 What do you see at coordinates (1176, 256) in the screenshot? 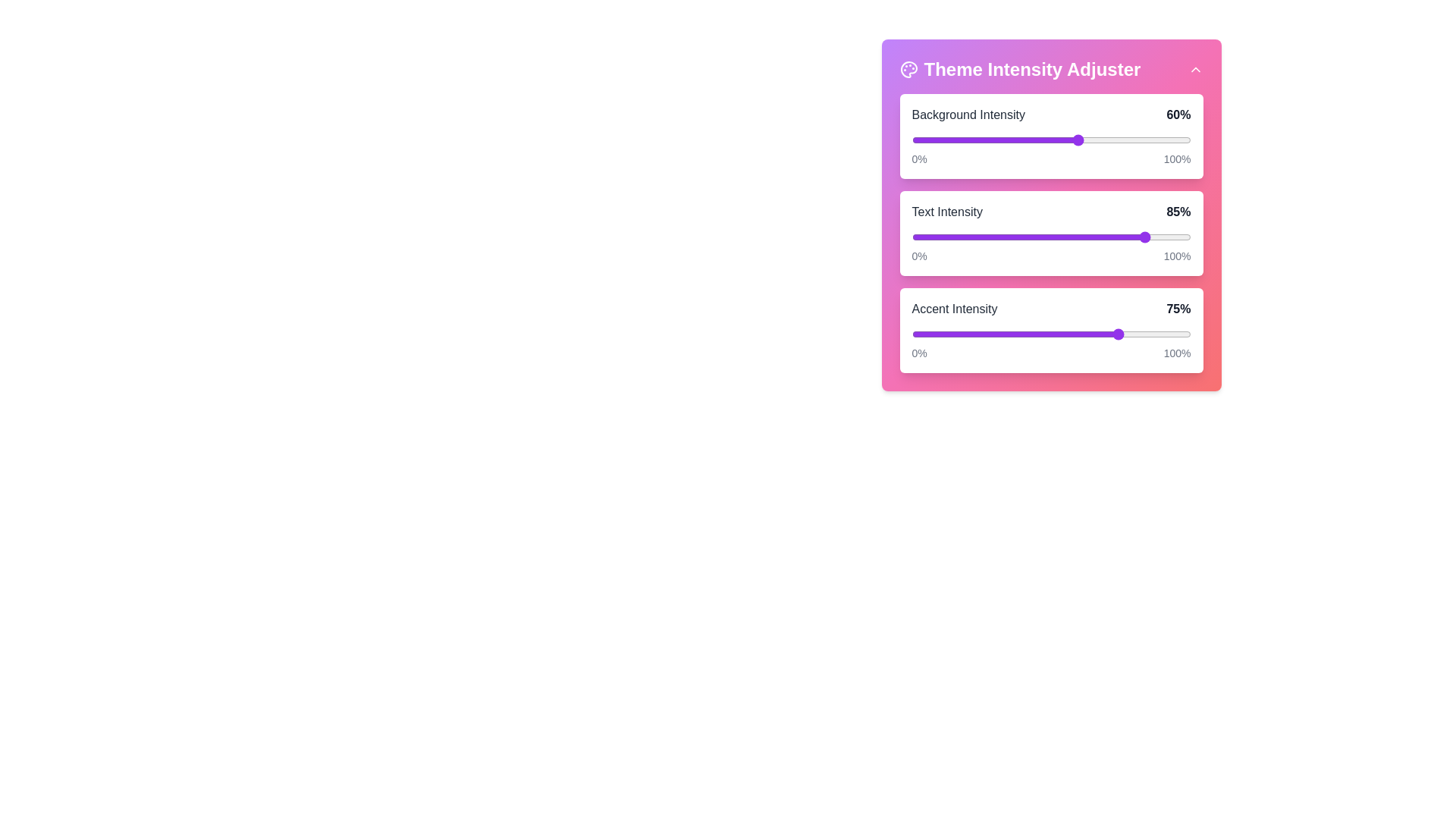
I see `the text label displaying '100%' located at the far-right end of the 'Text Intensity' slider, which serves as an indicator for the maximum intensity level` at bounding box center [1176, 256].